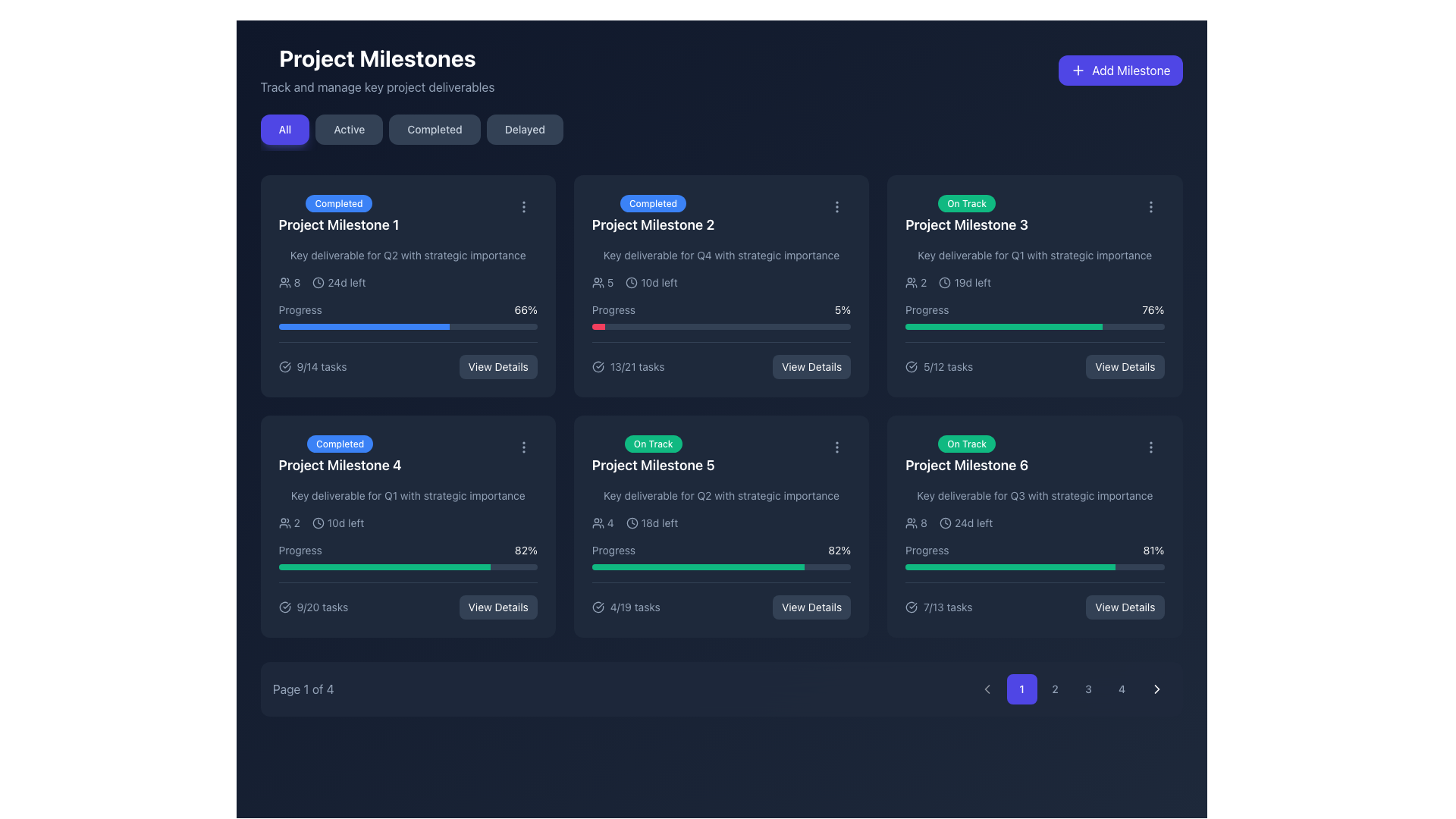 The height and width of the screenshot is (819, 1456). Describe the element at coordinates (720, 214) in the screenshot. I see `and comprehend the status ('Completed') and name ('Project Milestone 2') of the milestone displayed in the top left section of the second card in the first row` at that location.